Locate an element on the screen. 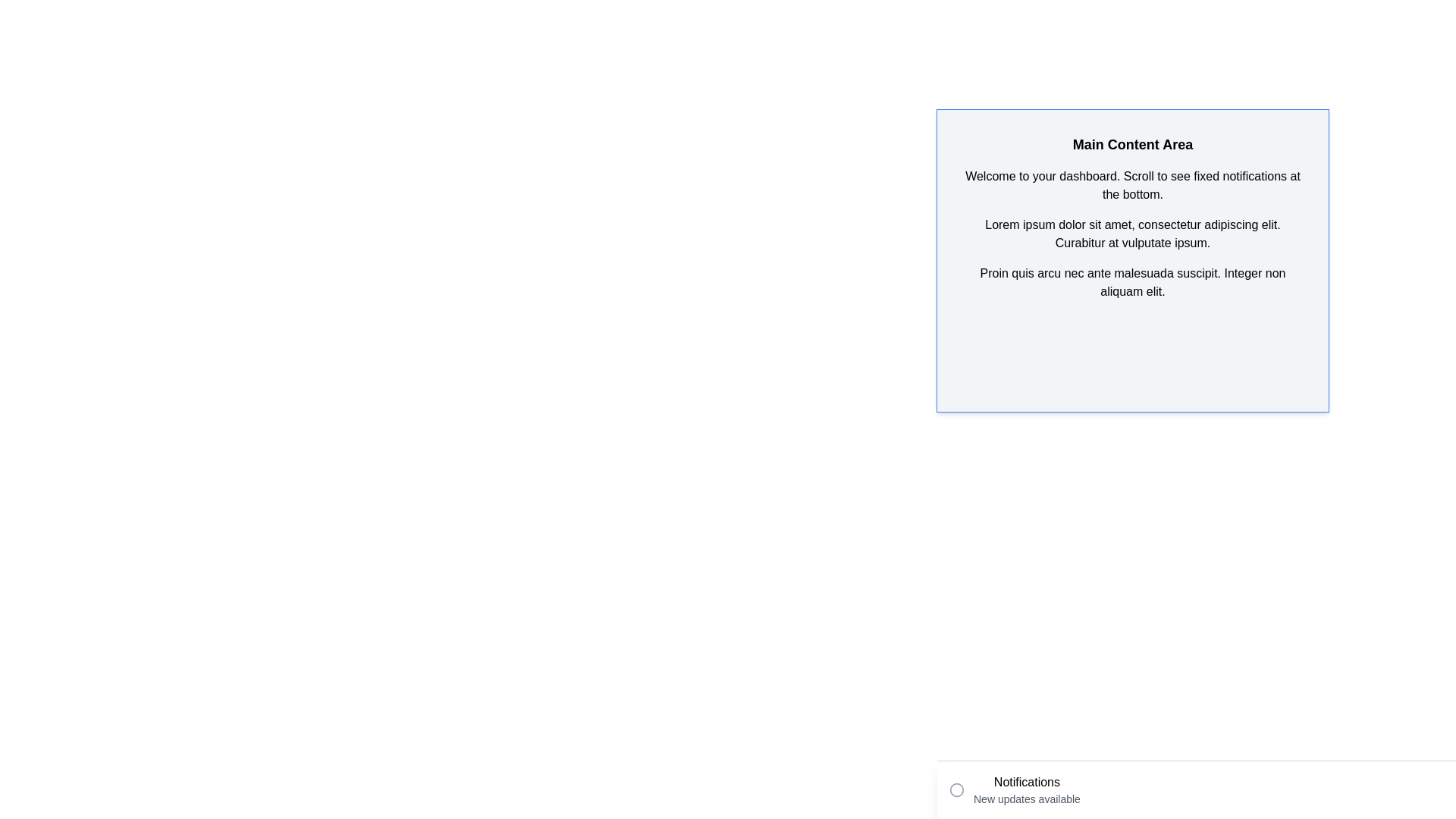 The width and height of the screenshot is (1456, 819). the text label displaying 'New updates available', which is positioned directly beneath the 'Notifications' header is located at coordinates (1027, 798).